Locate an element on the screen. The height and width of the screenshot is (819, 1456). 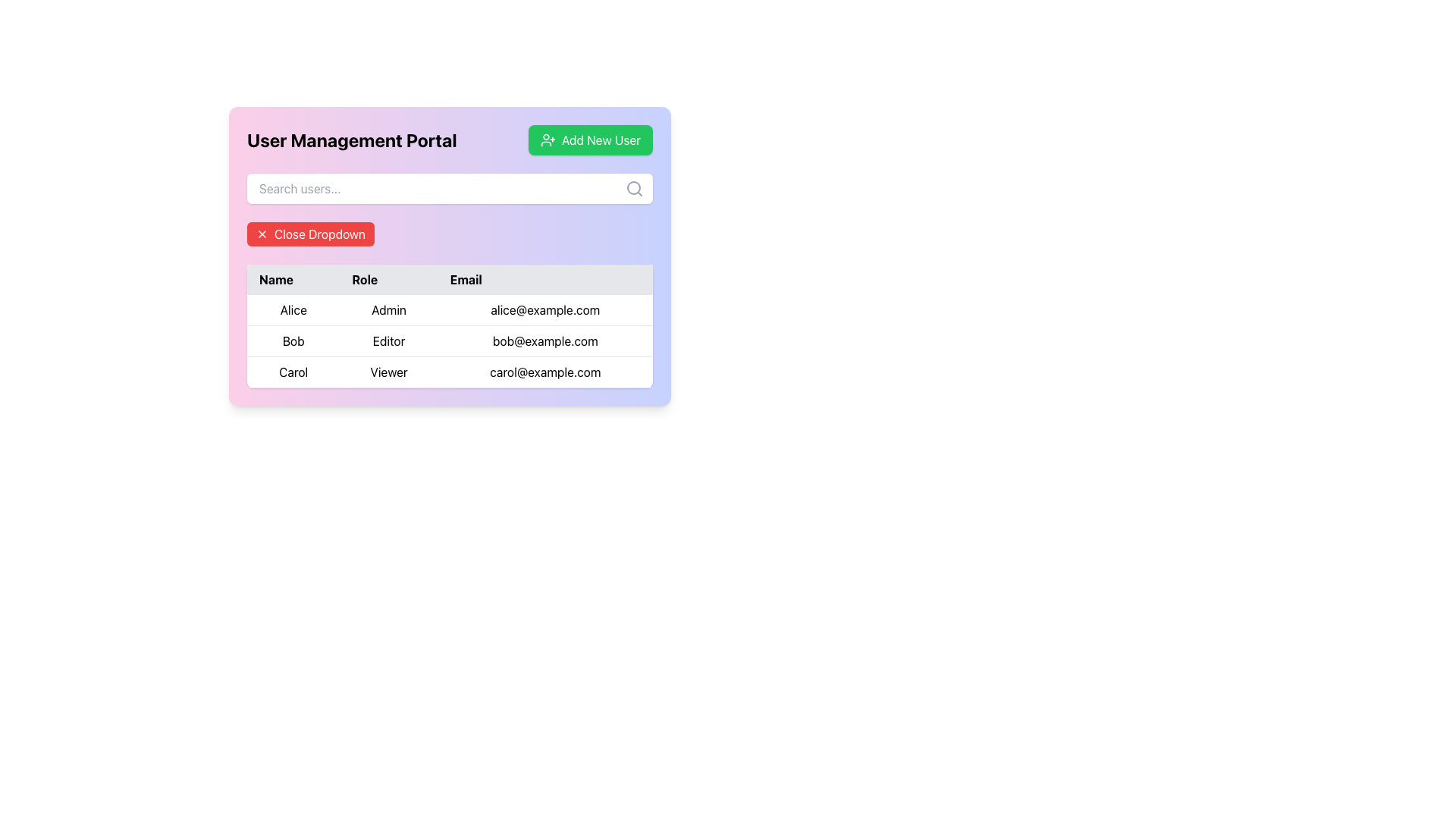
the Circle SVG element that is part of a search icon, located at the right-hand side of the search bar is located at coordinates (633, 187).